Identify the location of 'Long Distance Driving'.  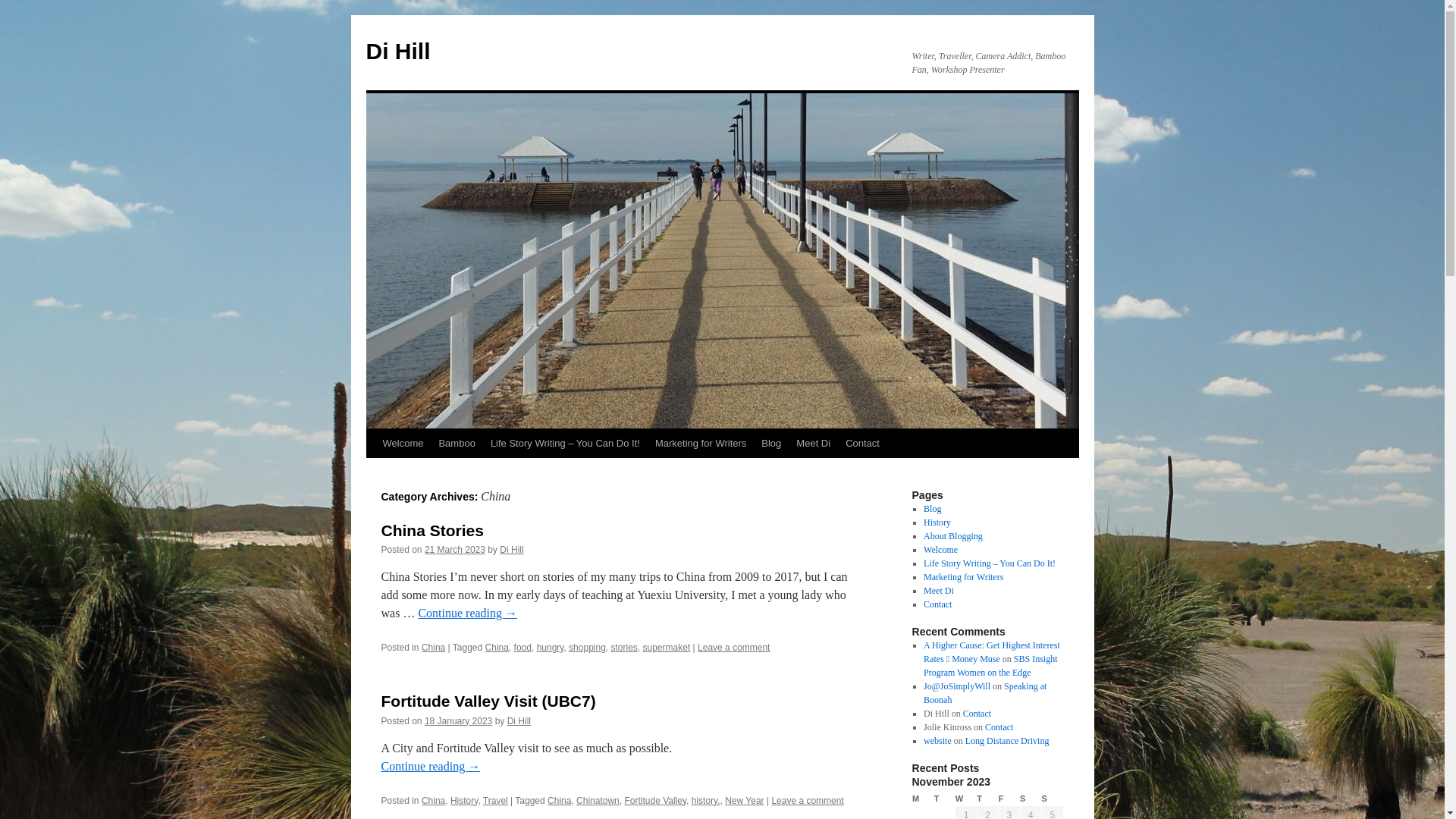
(1007, 739).